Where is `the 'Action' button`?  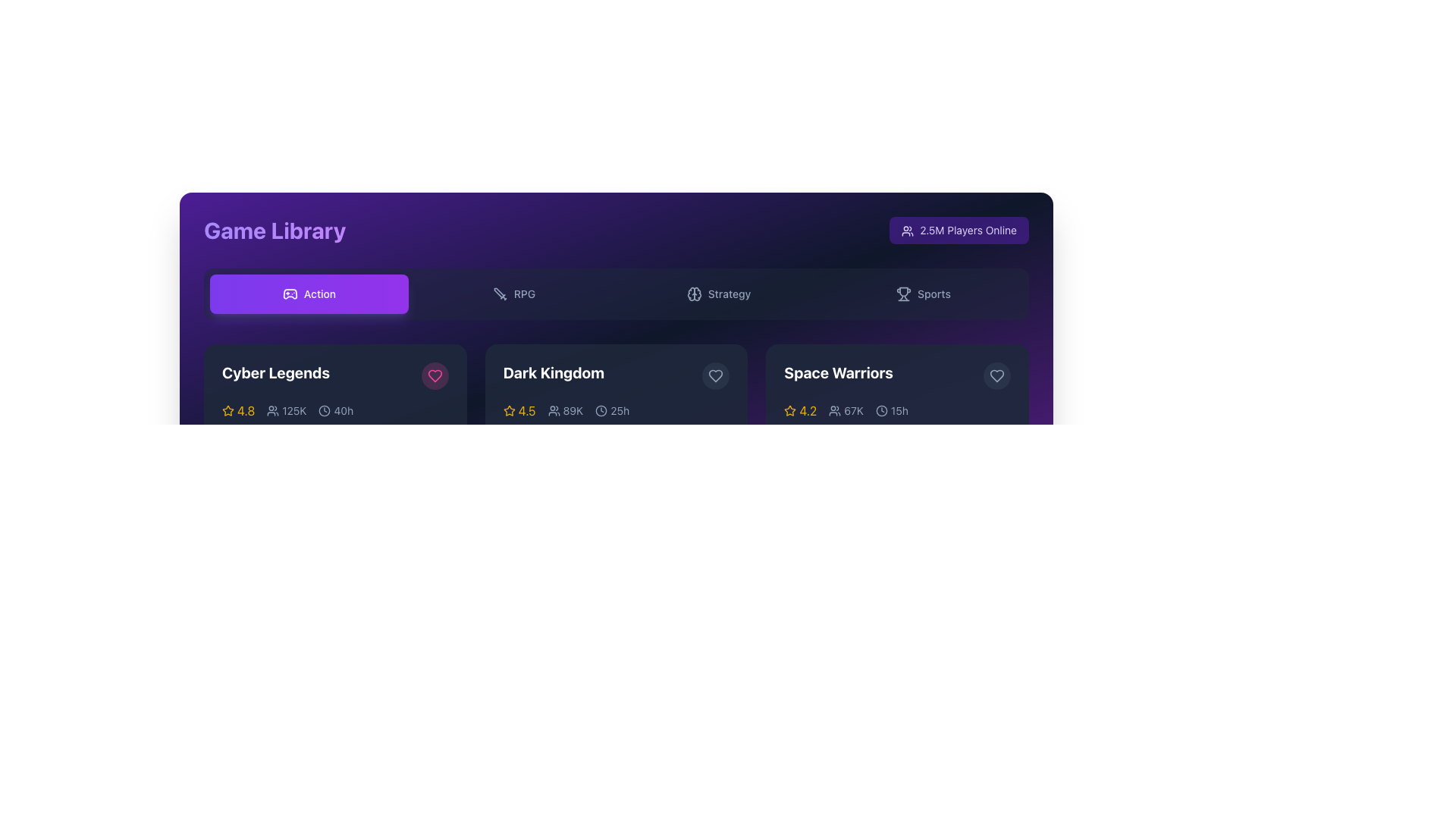
the 'Action' button is located at coordinates (309, 294).